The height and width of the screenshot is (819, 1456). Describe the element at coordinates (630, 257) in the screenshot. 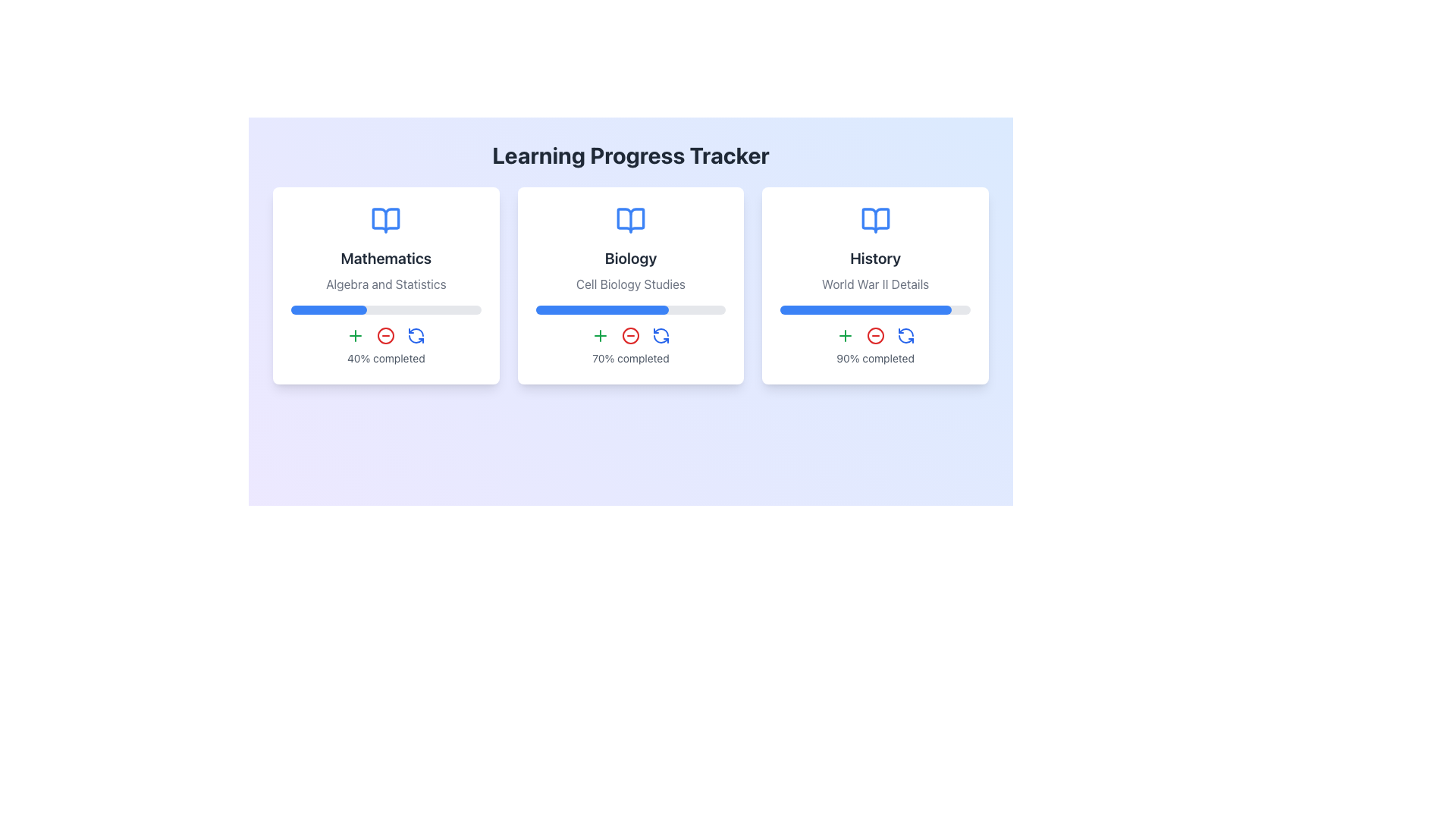

I see `the primary title text label 'Biology' located in the central card, positioned below the blue book icon and above the subtitle 'Cell Biology Studies'` at that location.